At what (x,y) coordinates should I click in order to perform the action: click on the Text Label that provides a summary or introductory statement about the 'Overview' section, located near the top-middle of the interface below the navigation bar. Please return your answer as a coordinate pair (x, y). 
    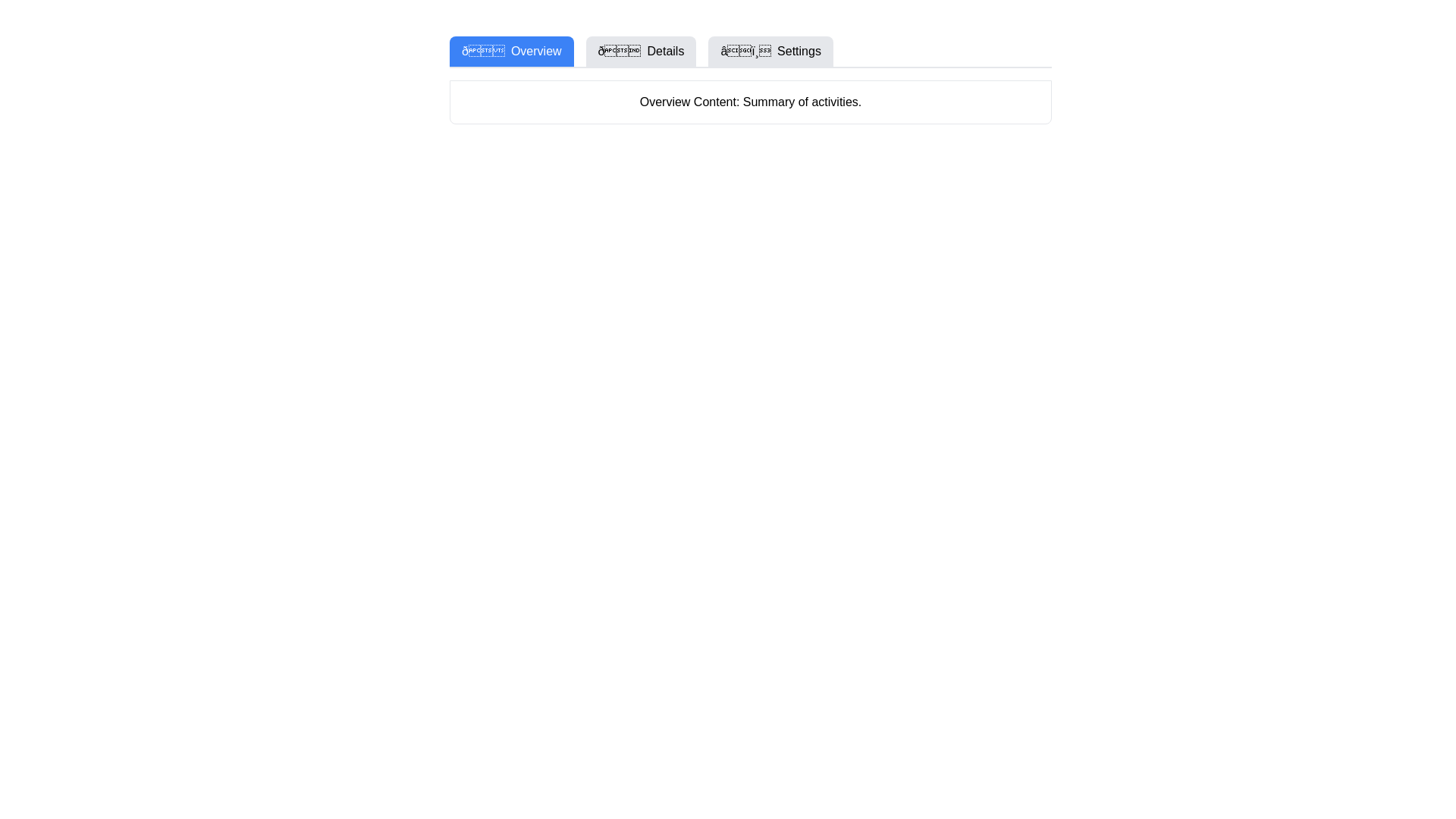
    Looking at the image, I should click on (750, 102).